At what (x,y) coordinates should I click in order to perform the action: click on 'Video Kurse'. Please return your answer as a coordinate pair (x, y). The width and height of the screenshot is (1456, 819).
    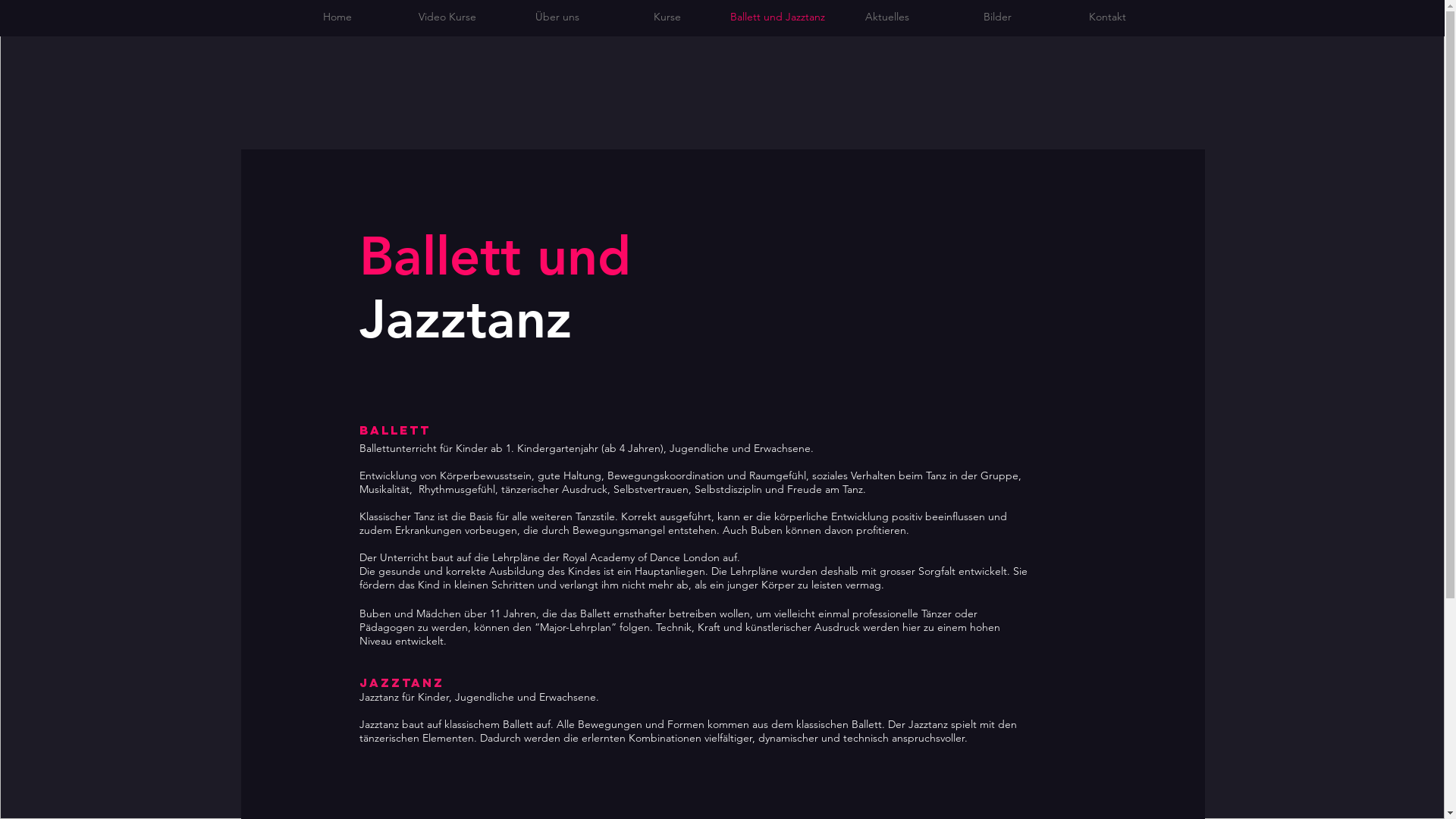
    Looking at the image, I should click on (447, 17).